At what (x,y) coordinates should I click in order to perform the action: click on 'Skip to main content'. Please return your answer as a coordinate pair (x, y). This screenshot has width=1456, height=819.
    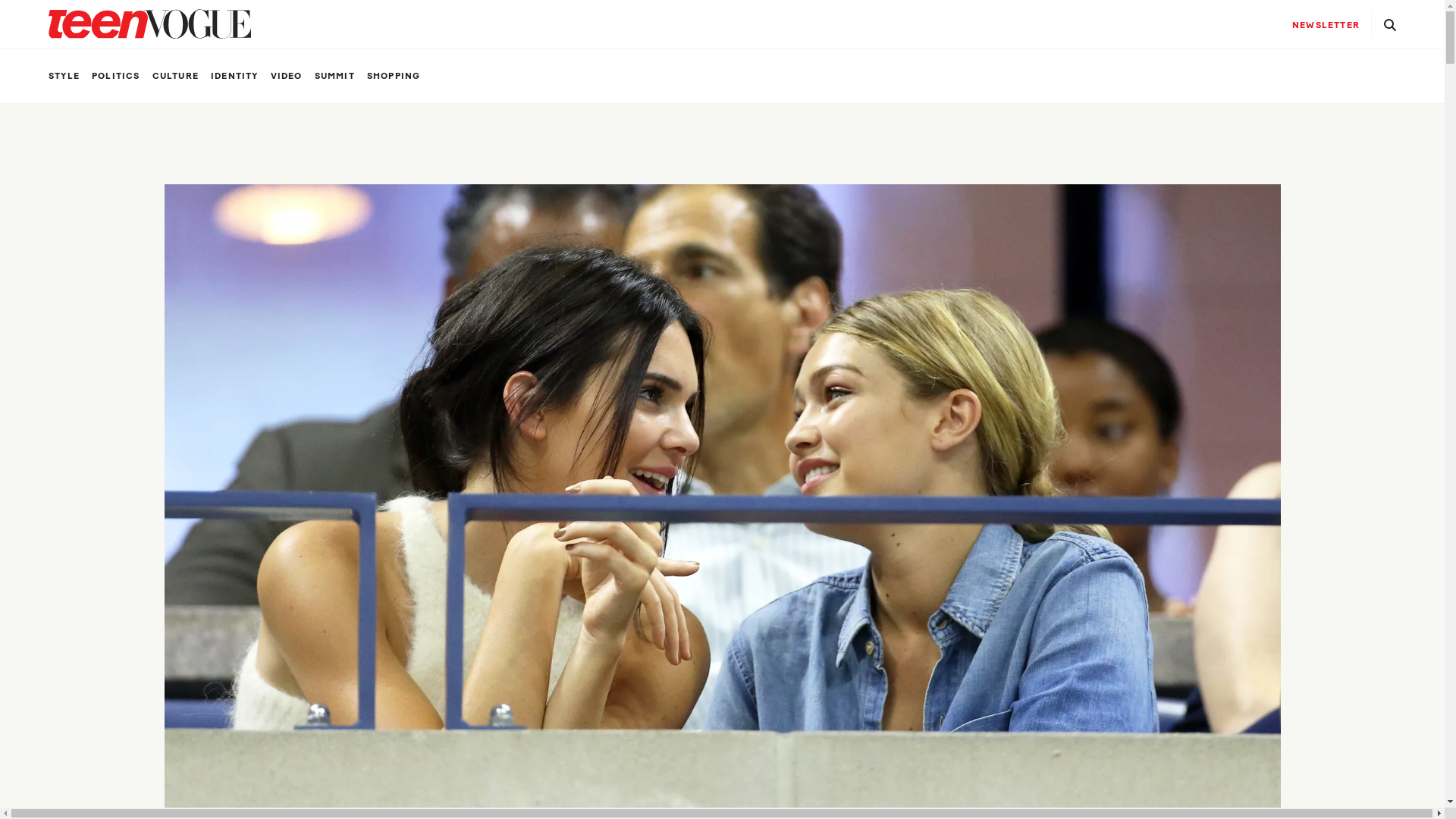
    Looking at the image, I should click on (0, 0).